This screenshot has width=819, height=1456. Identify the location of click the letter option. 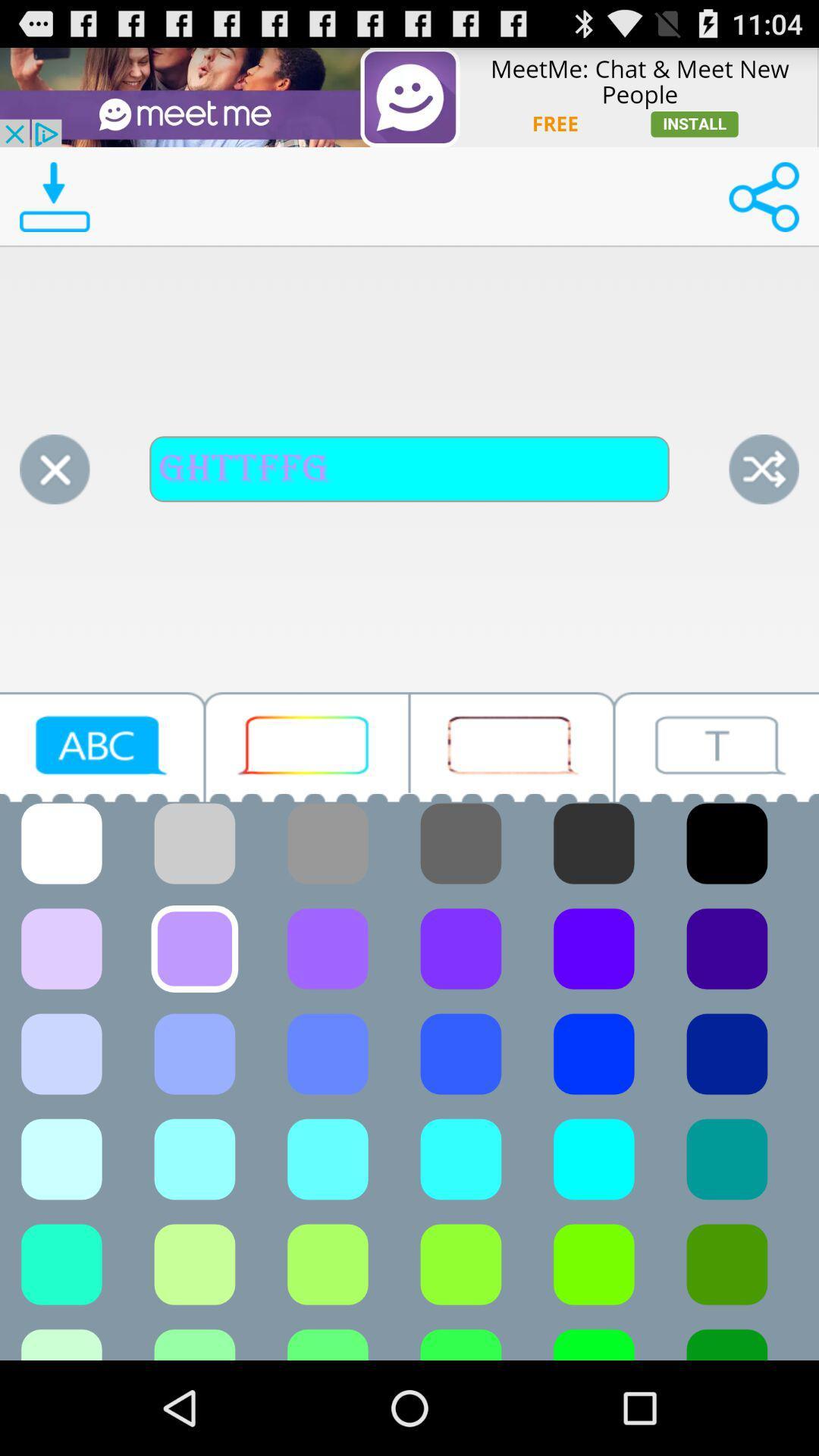
(102, 747).